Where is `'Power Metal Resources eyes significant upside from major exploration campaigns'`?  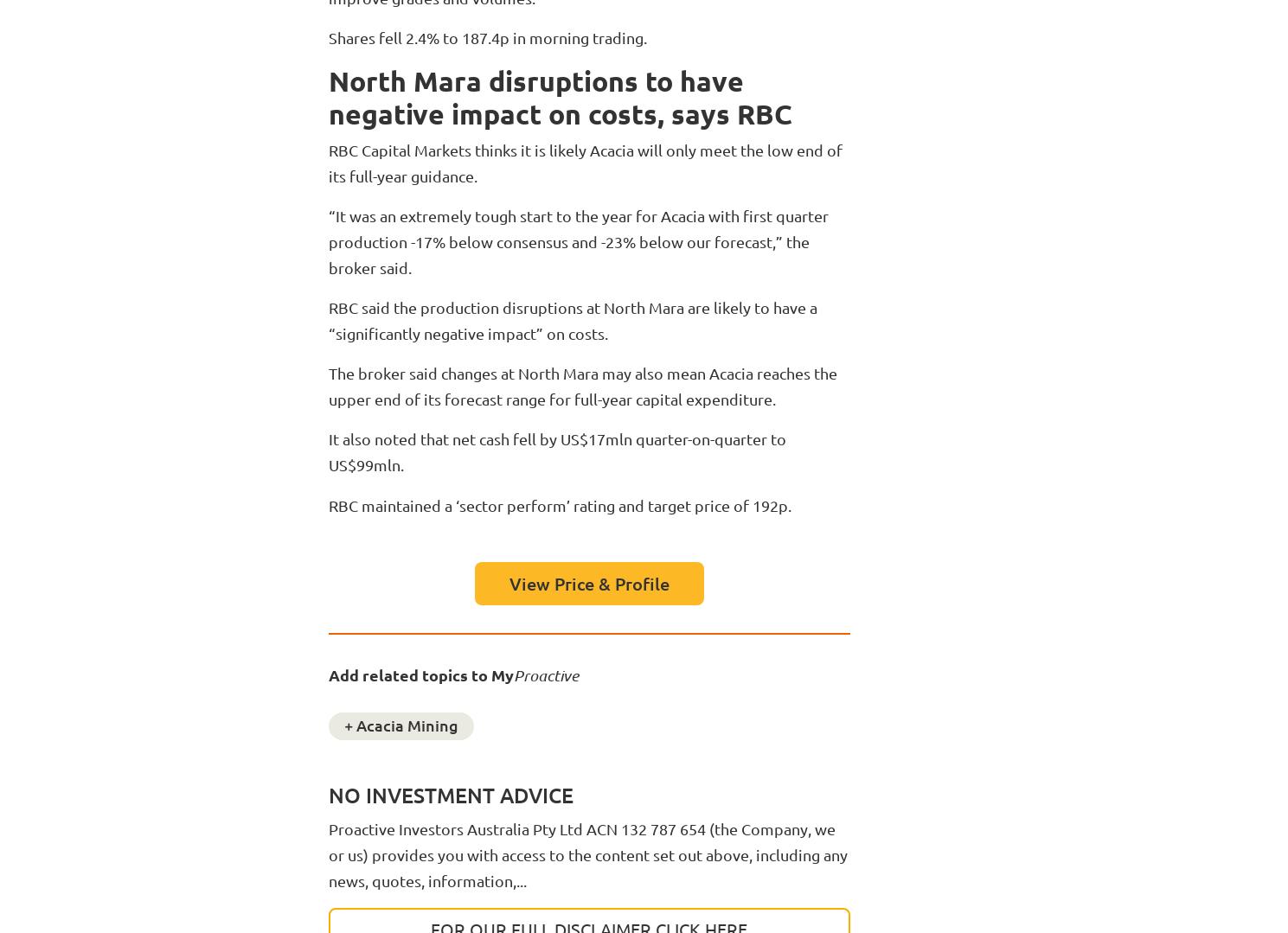
'Power Metal Resources eyes significant upside from major exploration campaigns' is located at coordinates (163, 794).